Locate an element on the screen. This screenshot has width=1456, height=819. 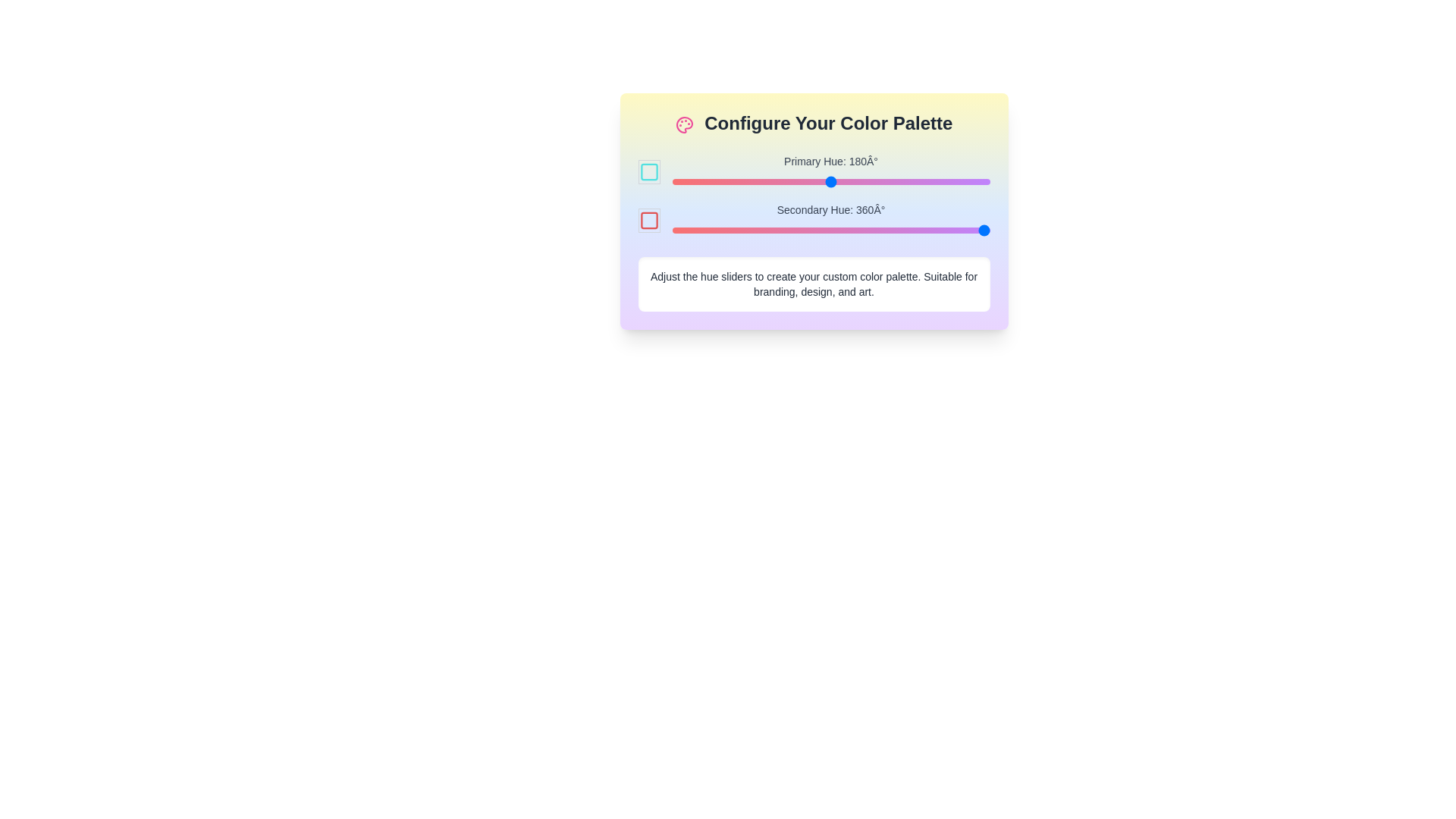
the primary hue slider to 157 degrees is located at coordinates (810, 180).